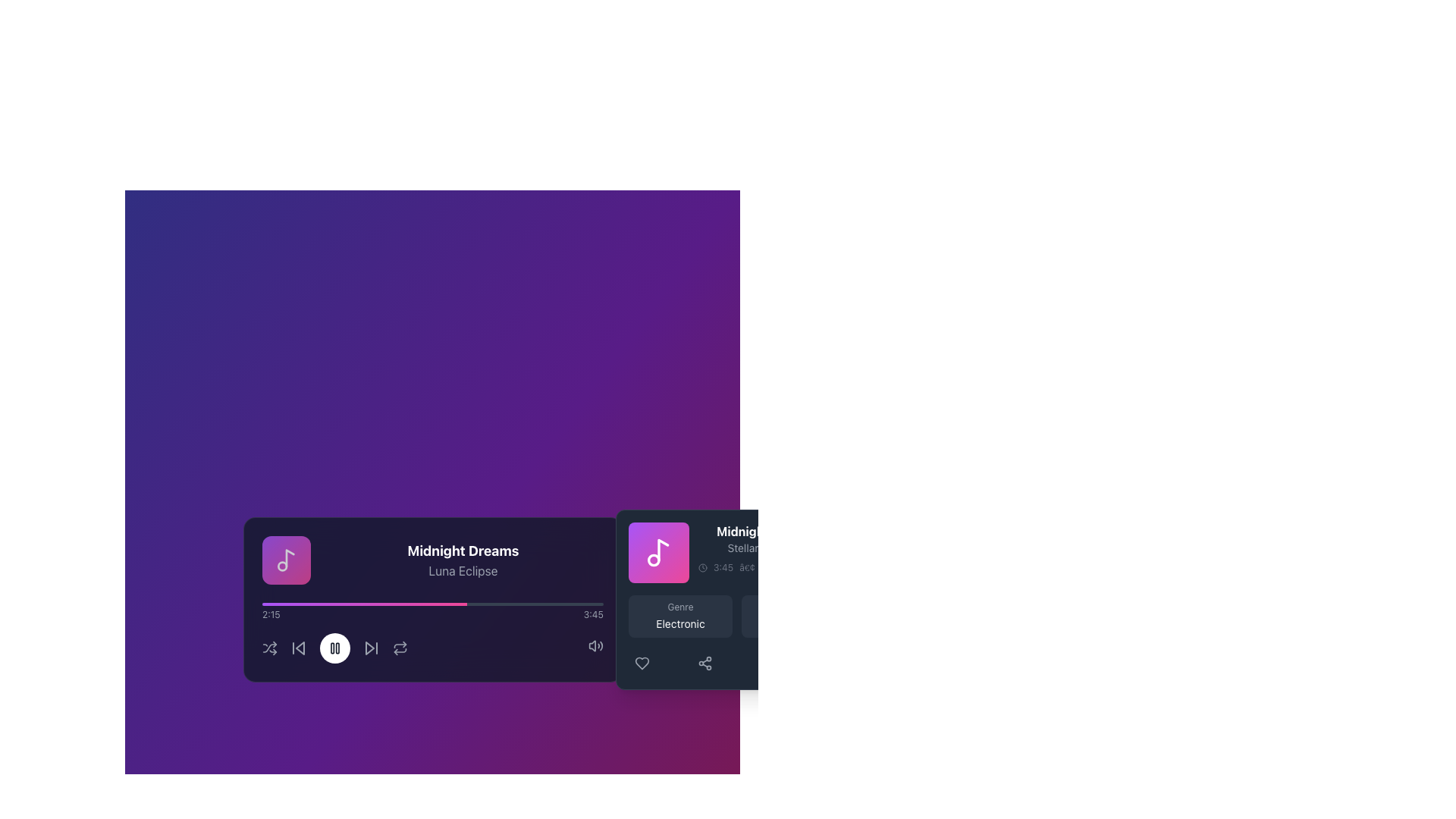 Image resolution: width=1456 pixels, height=819 pixels. I want to click on the text label 'Midnight Dreams' which is styled with a bold white font and is prominently displayed above 'Luna Eclipse' in a media control interface, so click(462, 551).